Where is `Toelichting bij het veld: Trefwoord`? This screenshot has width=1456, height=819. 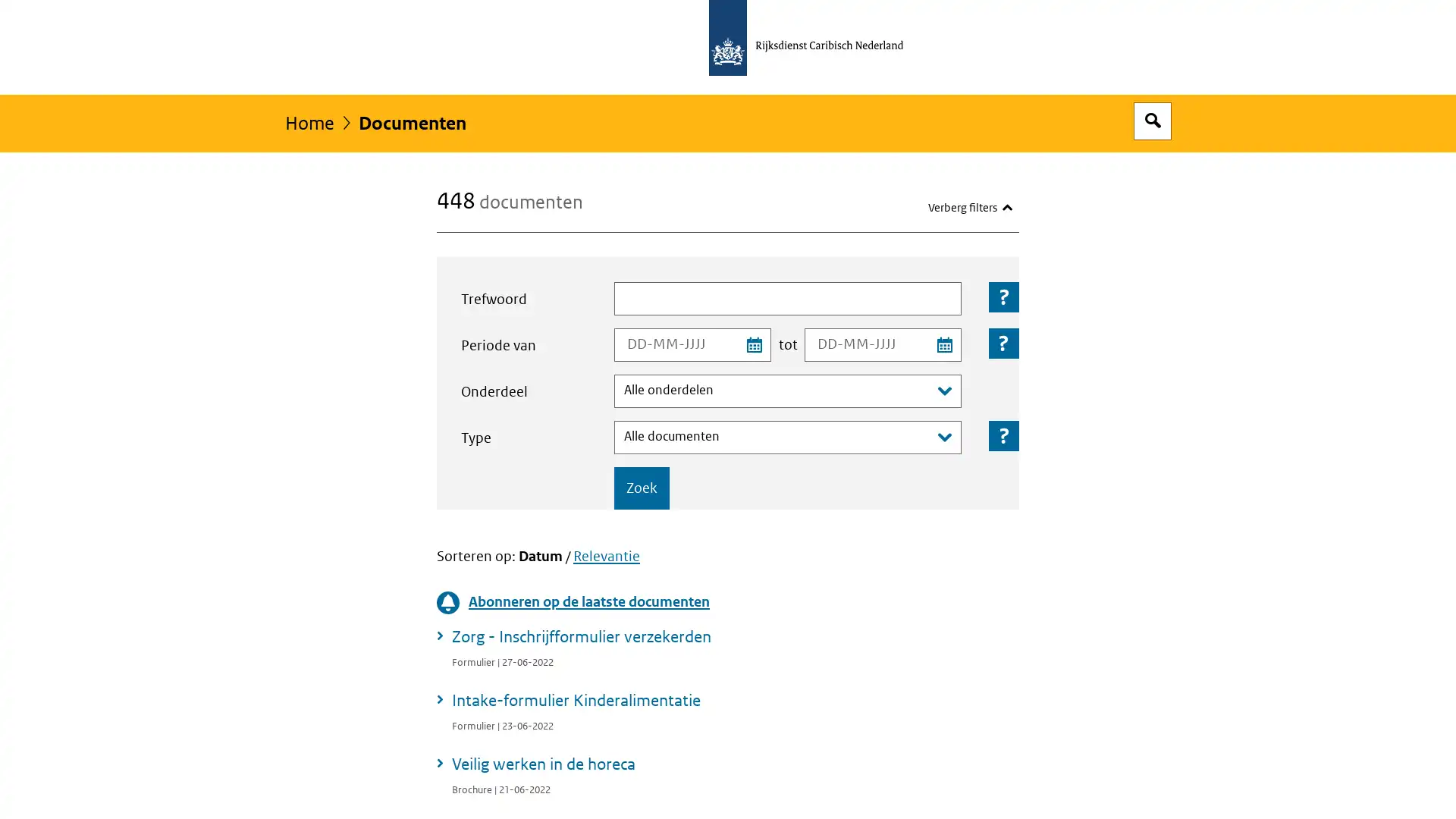
Toelichting bij het veld: Trefwoord is located at coordinates (1004, 296).